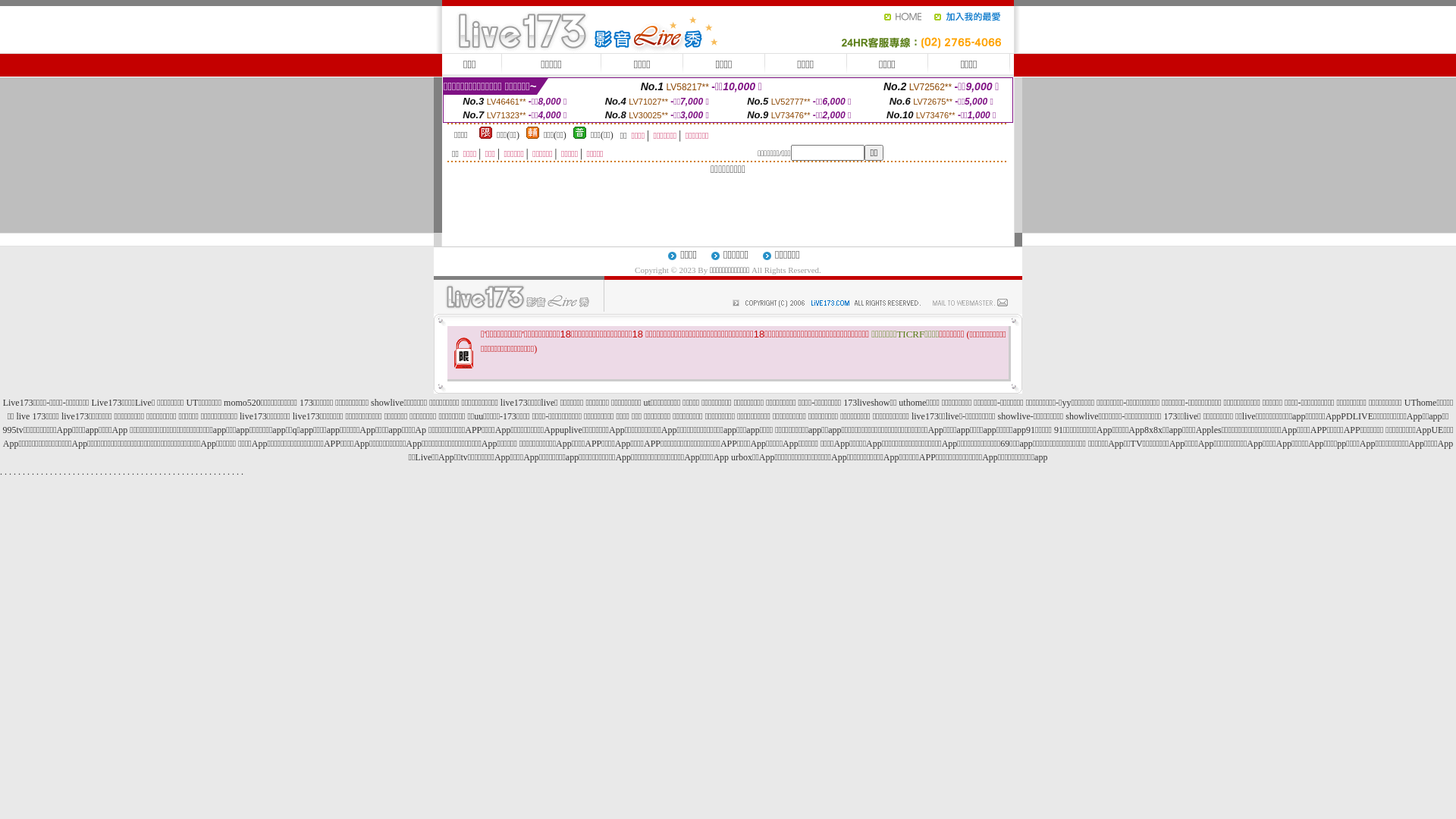  What do you see at coordinates (159, 470) in the screenshot?
I see `'.'` at bounding box center [159, 470].